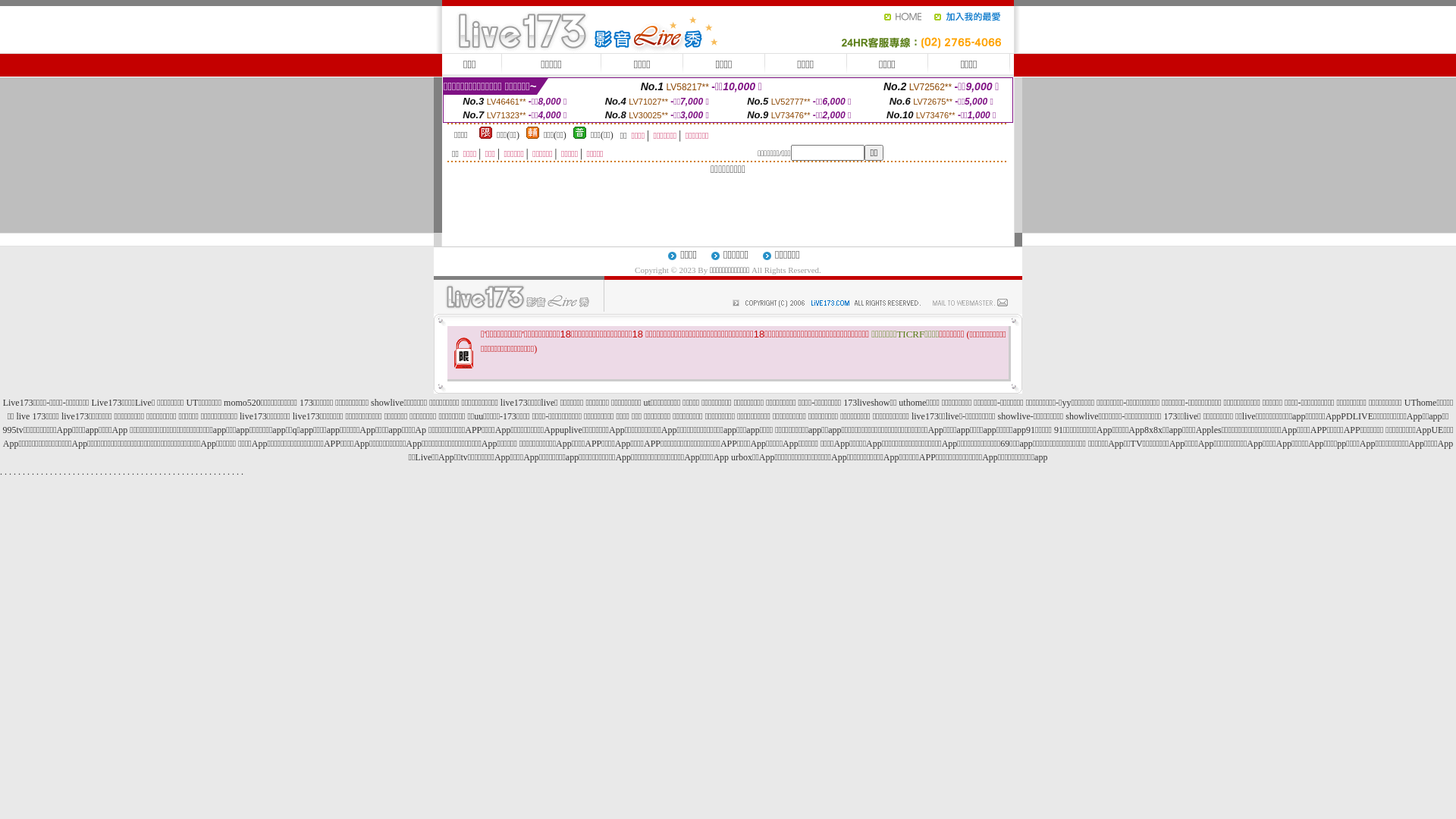  What do you see at coordinates (159, 470) in the screenshot?
I see `'.'` at bounding box center [159, 470].